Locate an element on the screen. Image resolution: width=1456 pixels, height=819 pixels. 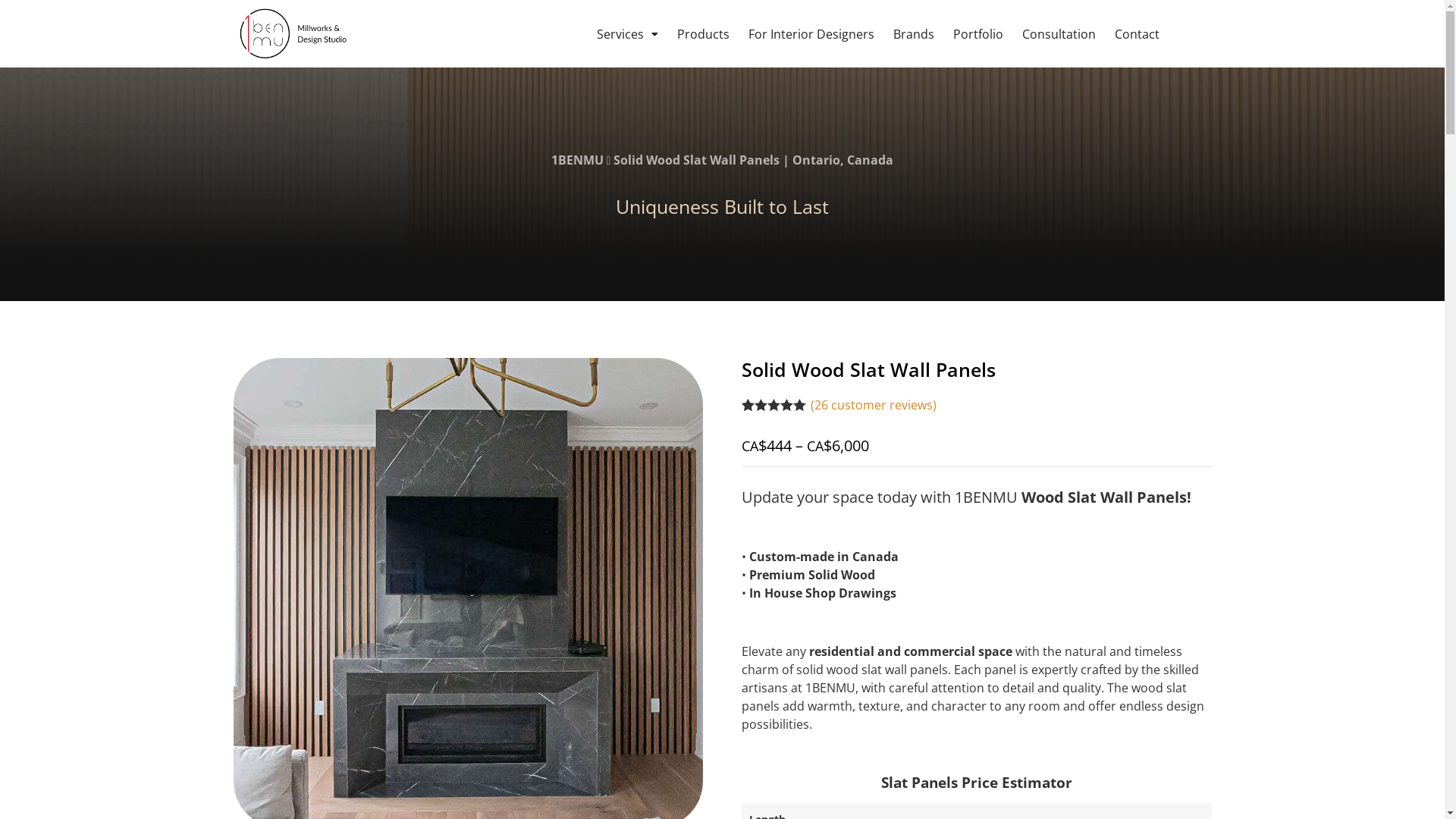
'Services' is located at coordinates (596, 33).